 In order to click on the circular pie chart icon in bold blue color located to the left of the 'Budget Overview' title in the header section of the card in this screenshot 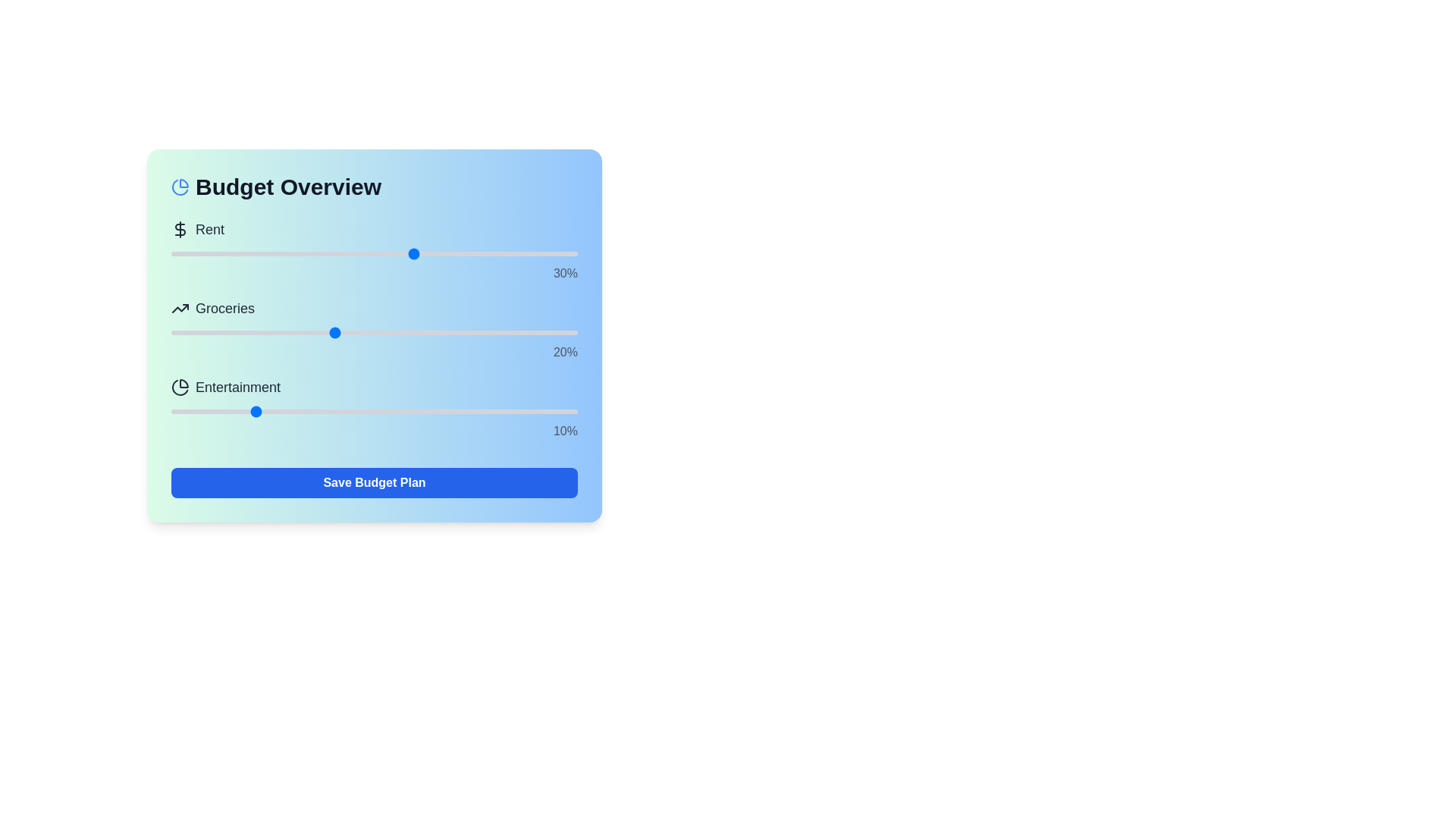, I will do `click(180, 186)`.